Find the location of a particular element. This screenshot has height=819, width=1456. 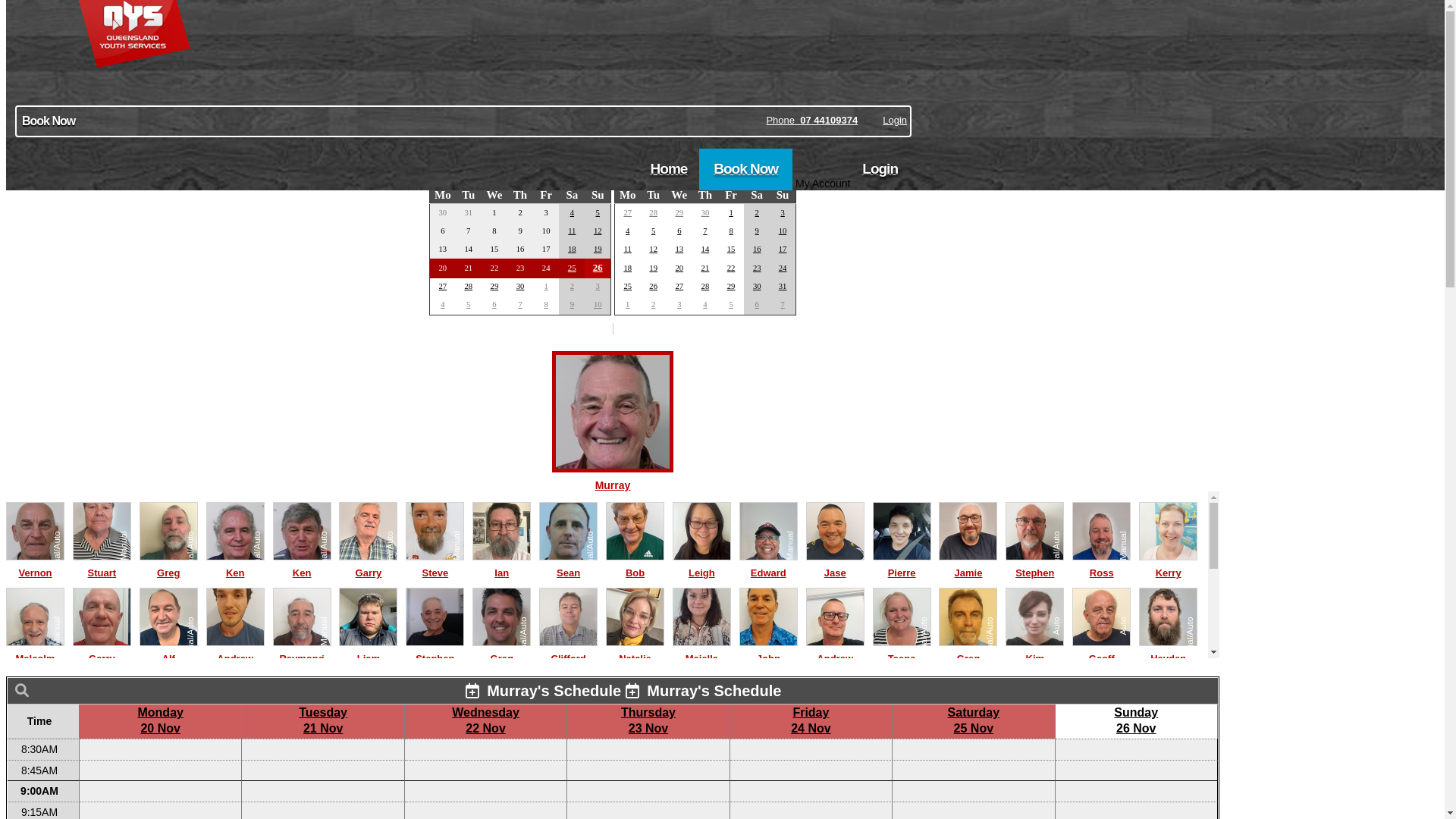

'19' is located at coordinates (597, 248).